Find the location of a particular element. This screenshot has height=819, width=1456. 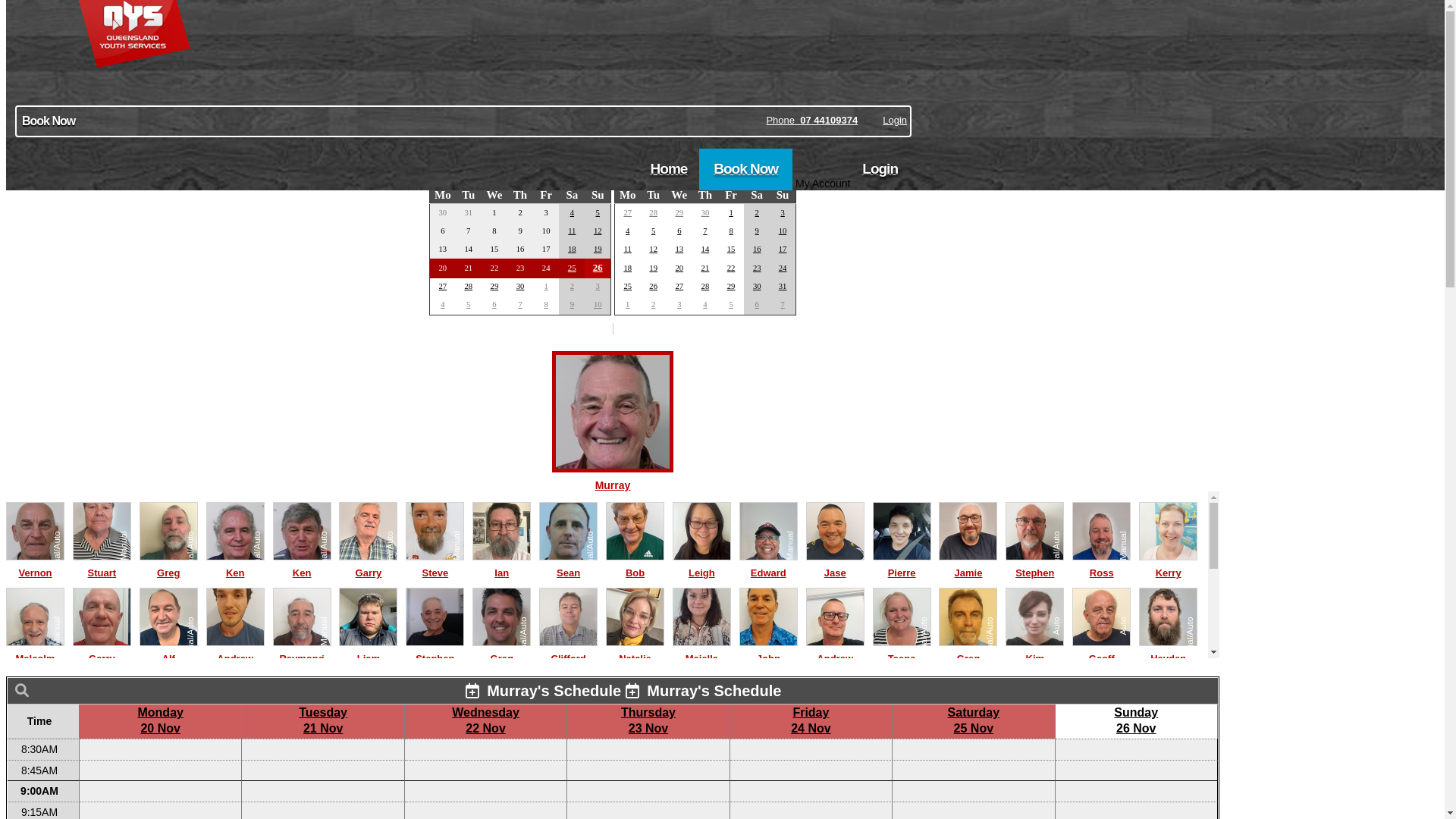

'19' is located at coordinates (597, 248).